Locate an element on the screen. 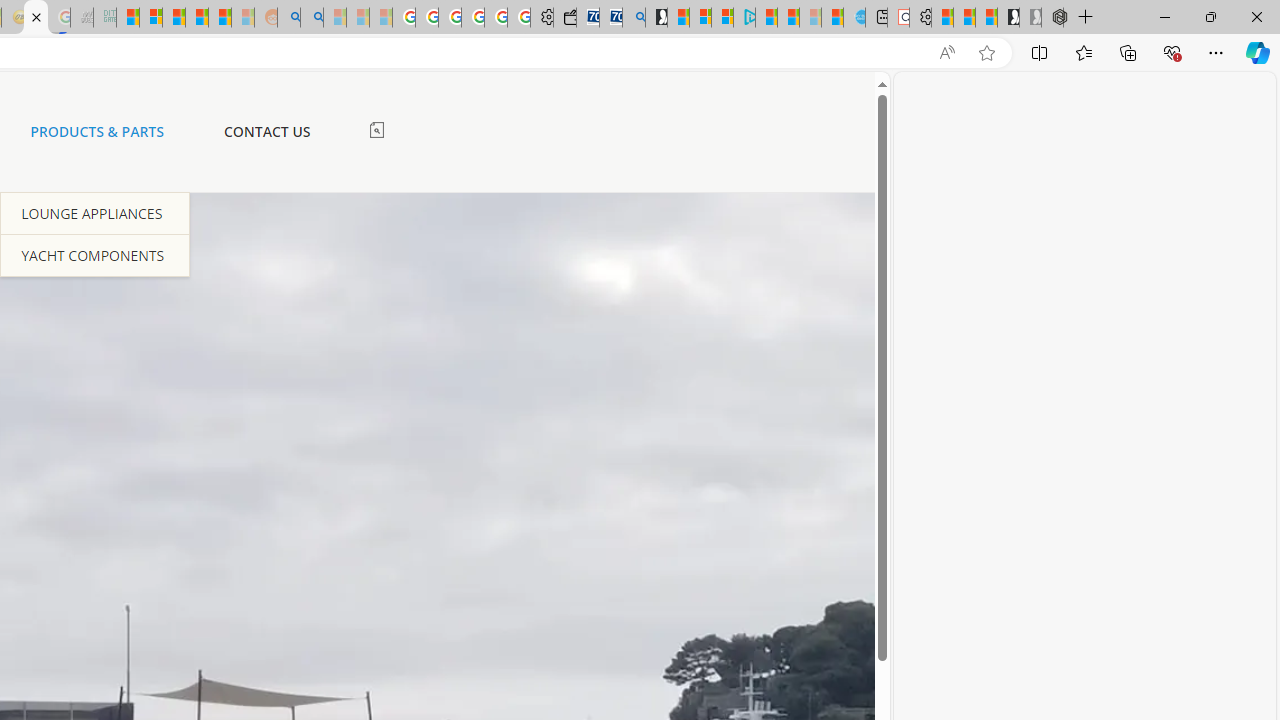  'Cheap Car Rentals - Save70.com' is located at coordinates (610, 17).